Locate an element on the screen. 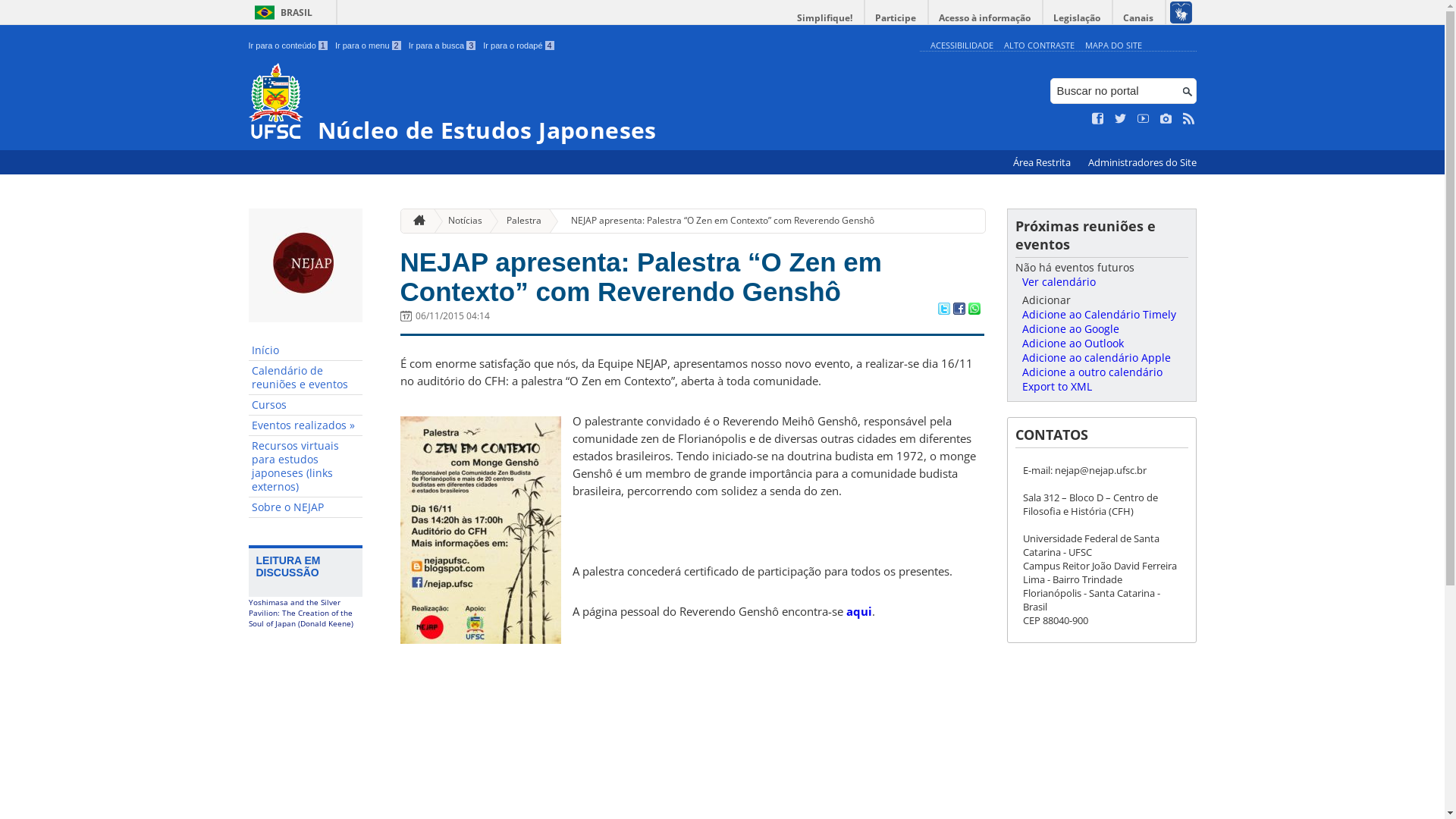 The height and width of the screenshot is (819, 1456). 'Ir para o menu 2' is located at coordinates (368, 45).